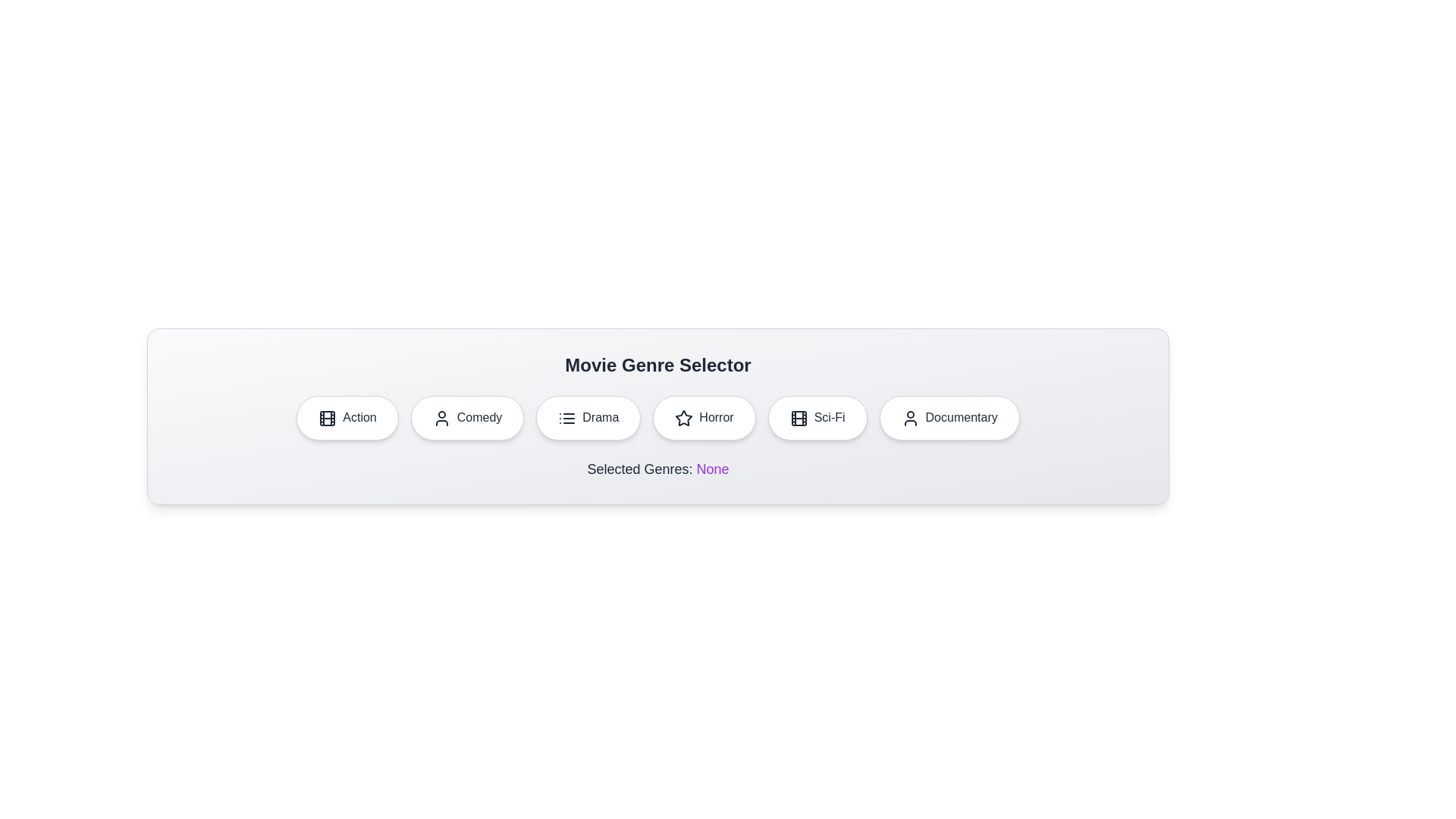 This screenshot has width=1456, height=819. What do you see at coordinates (798, 418) in the screenshot?
I see `the details of the film strip icon located within the rounded white 'Sci-Fi' button, which is the fifth button in the genre selection row` at bounding box center [798, 418].